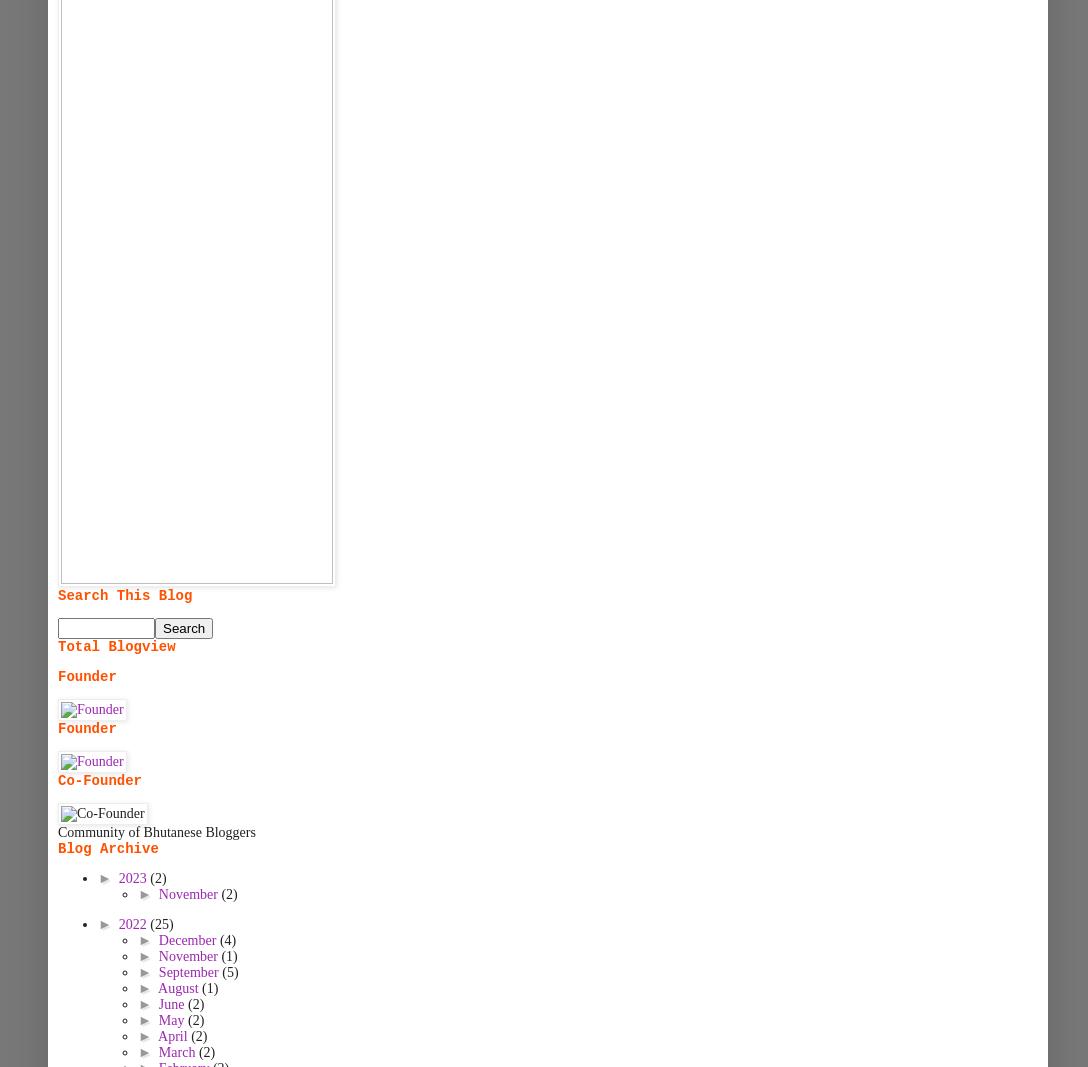 The height and width of the screenshot is (1067, 1088). I want to click on 'Total Blogview', so click(116, 647).